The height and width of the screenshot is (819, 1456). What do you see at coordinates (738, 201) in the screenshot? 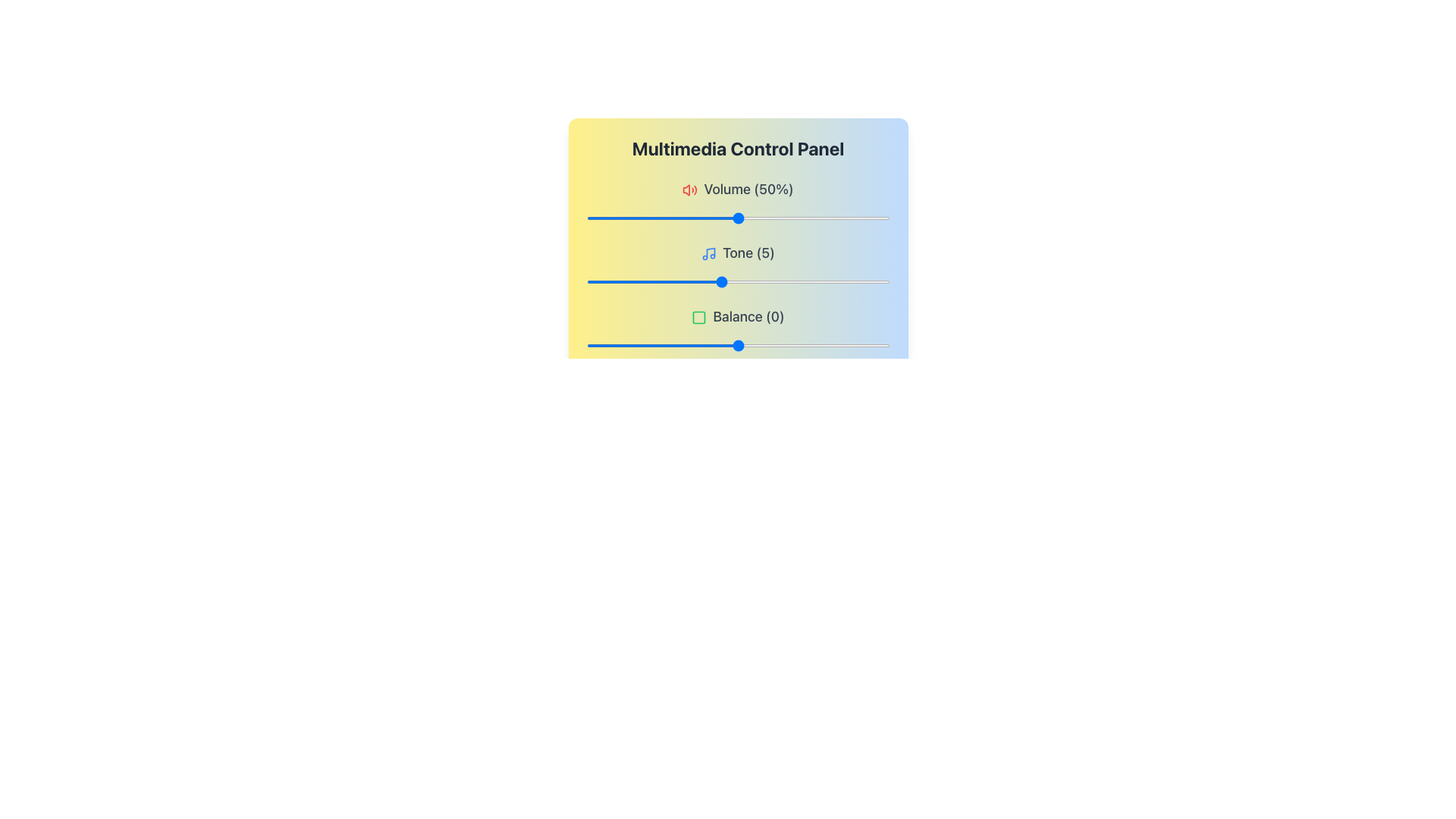
I see `the Volume control display located at the top of the 'Multimedia Control Panel'` at bounding box center [738, 201].